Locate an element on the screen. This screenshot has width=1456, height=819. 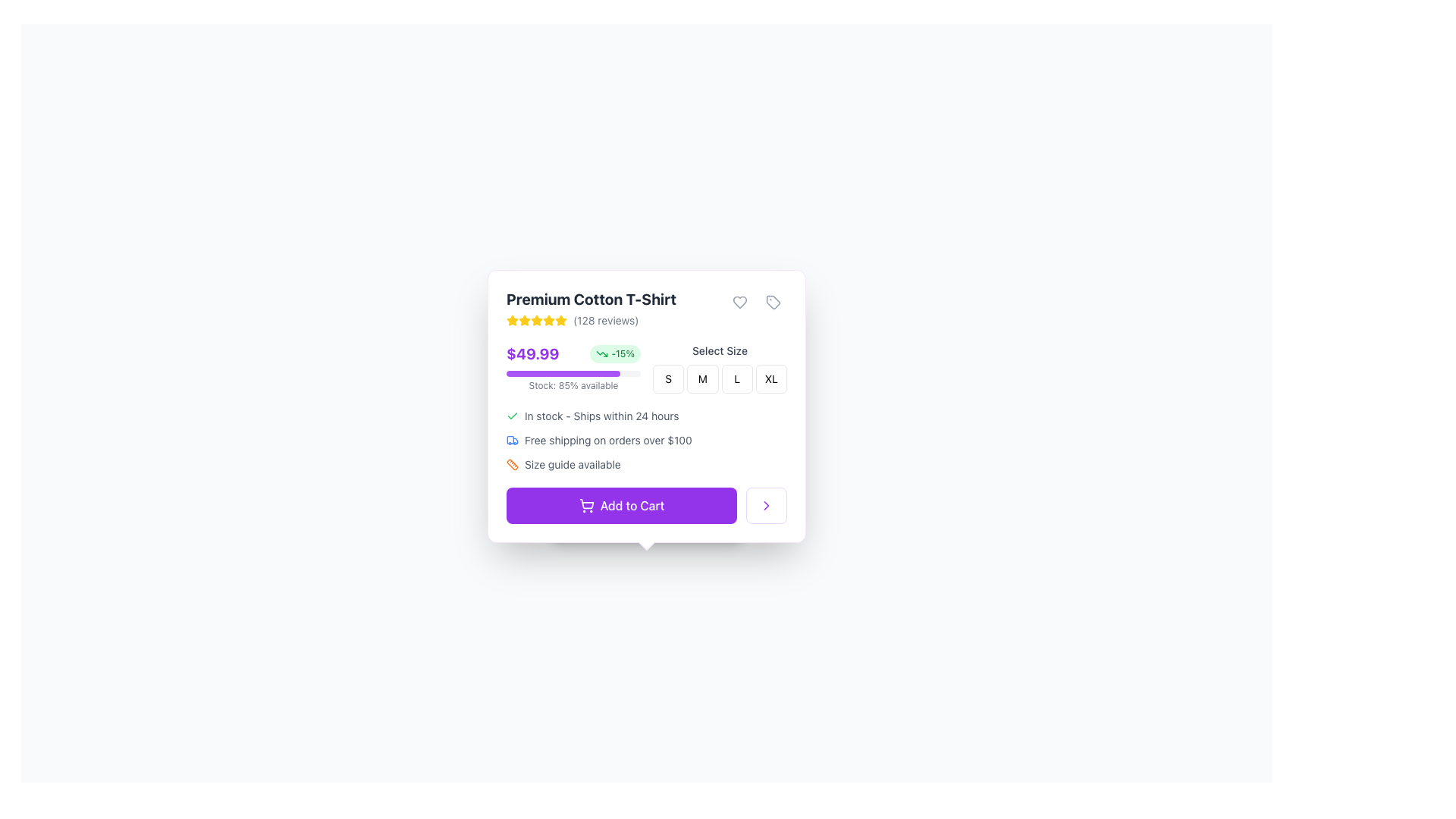
the decorative icon located in the top right corner of the UI card showcasing product information is located at coordinates (773, 302).